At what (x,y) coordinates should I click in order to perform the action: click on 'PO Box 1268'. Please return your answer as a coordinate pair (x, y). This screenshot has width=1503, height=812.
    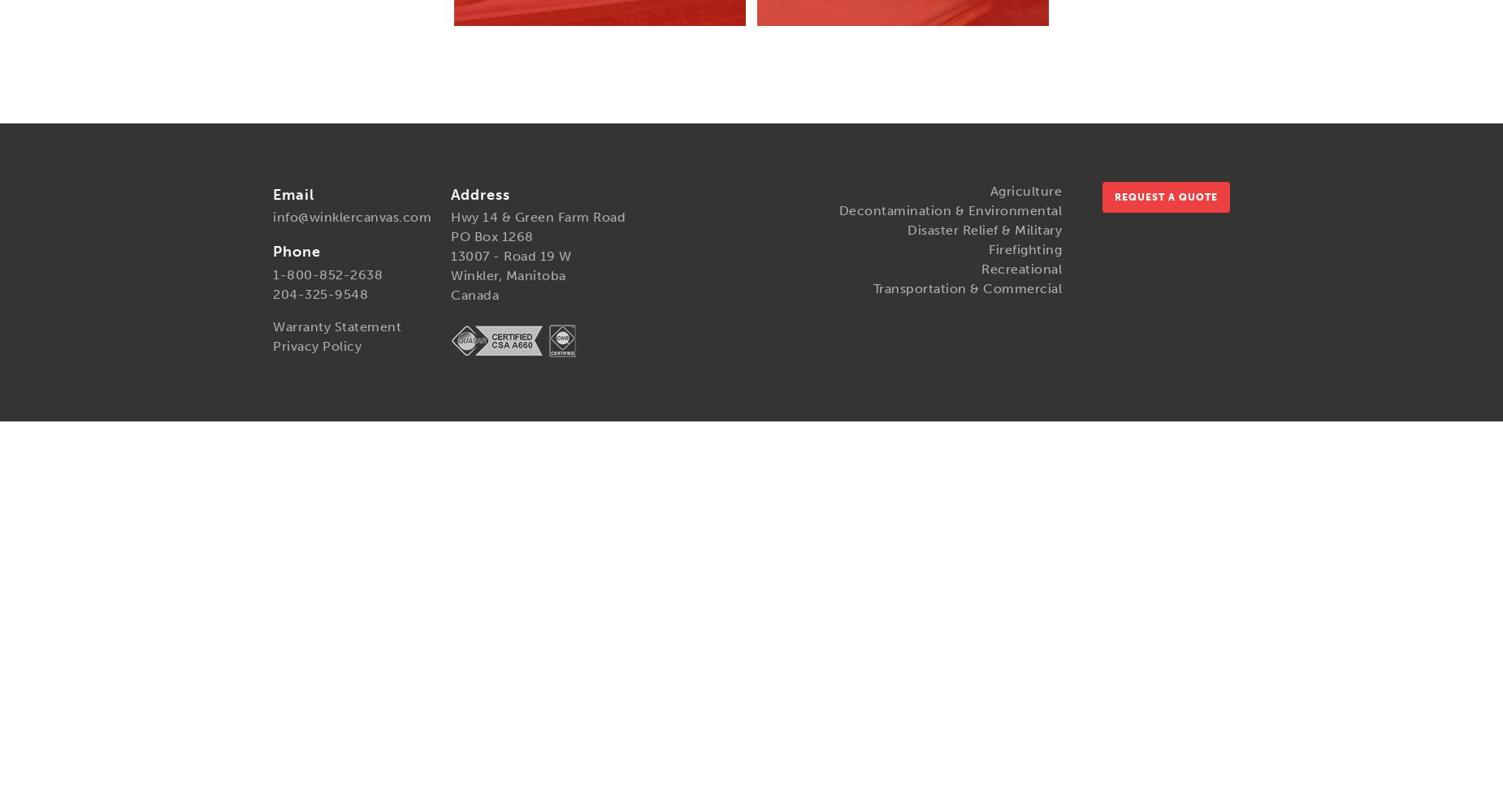
    Looking at the image, I should click on (492, 236).